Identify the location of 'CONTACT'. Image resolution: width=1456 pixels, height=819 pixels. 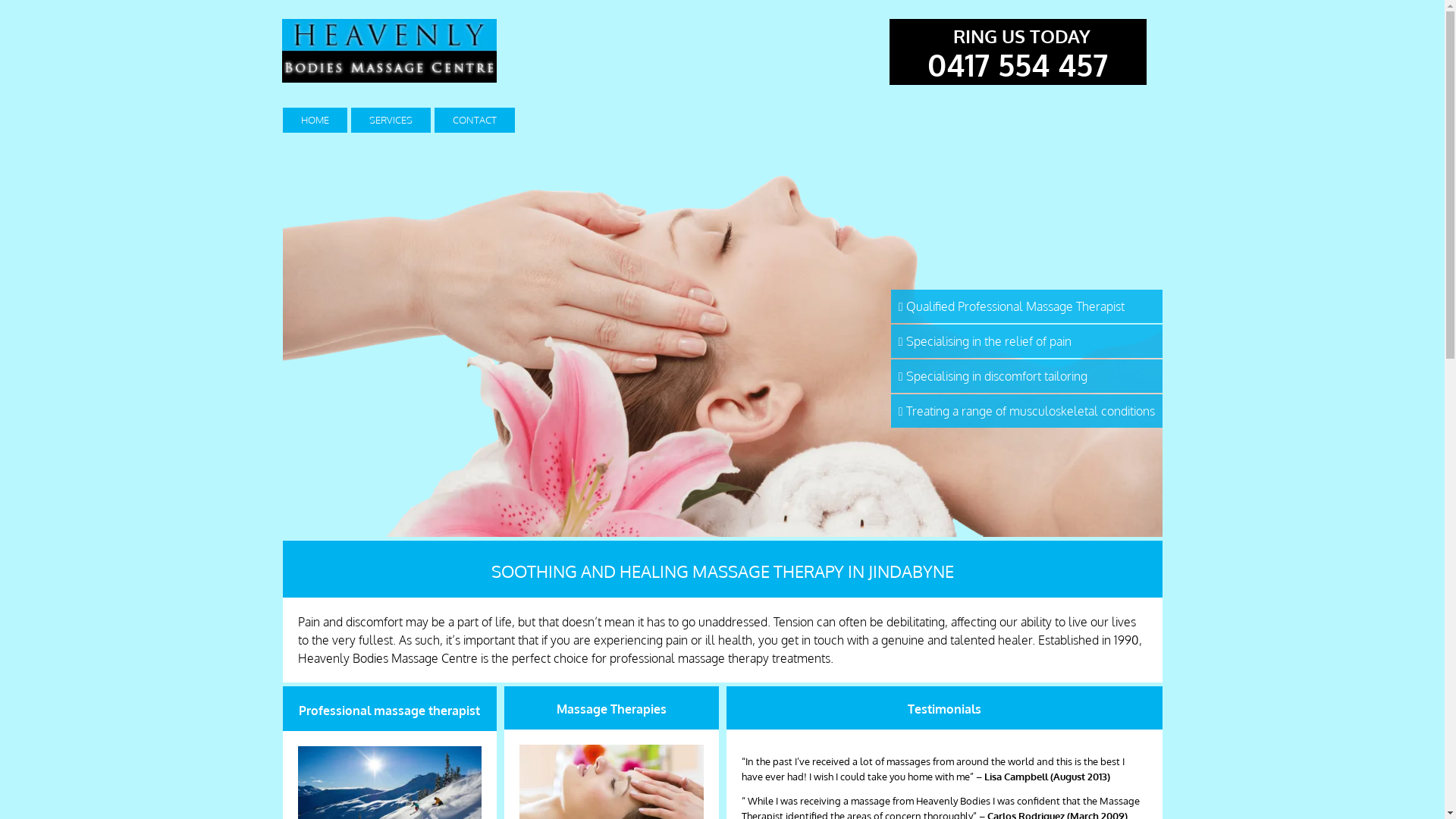
(472, 119).